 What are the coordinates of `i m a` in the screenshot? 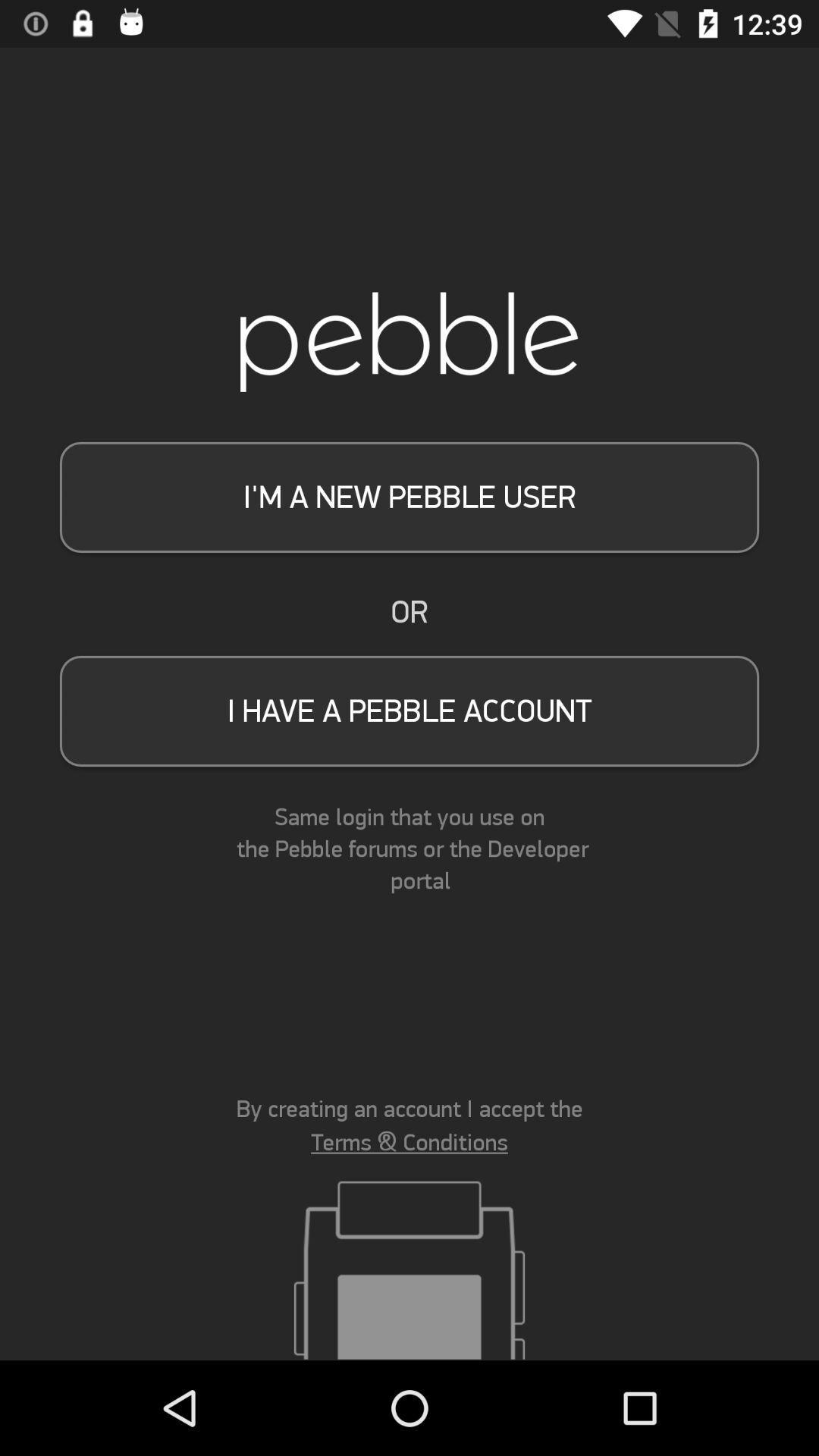 It's located at (409, 497).